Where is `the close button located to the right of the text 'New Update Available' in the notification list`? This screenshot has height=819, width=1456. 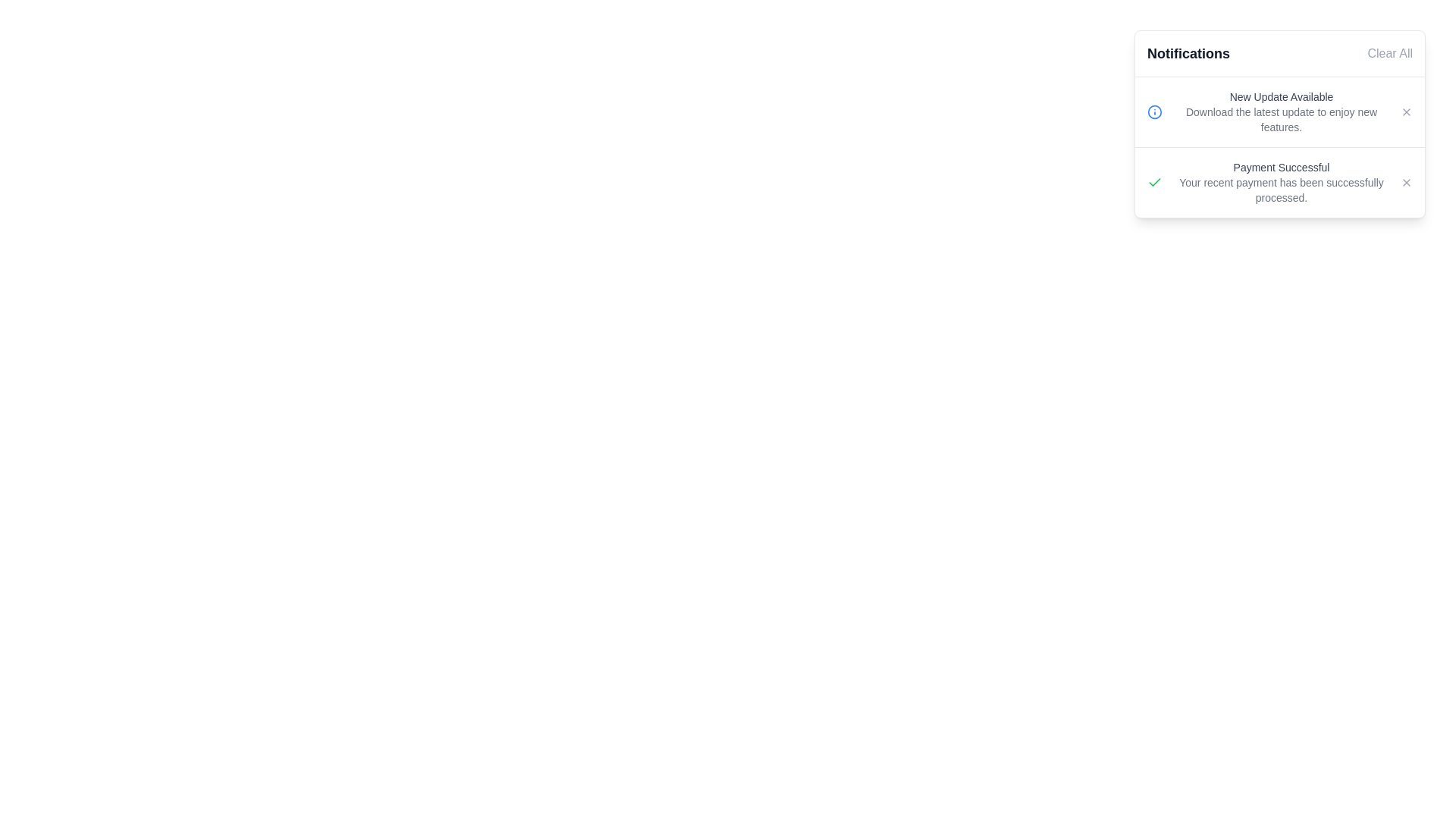
the close button located to the right of the text 'New Update Available' in the notification list is located at coordinates (1405, 111).